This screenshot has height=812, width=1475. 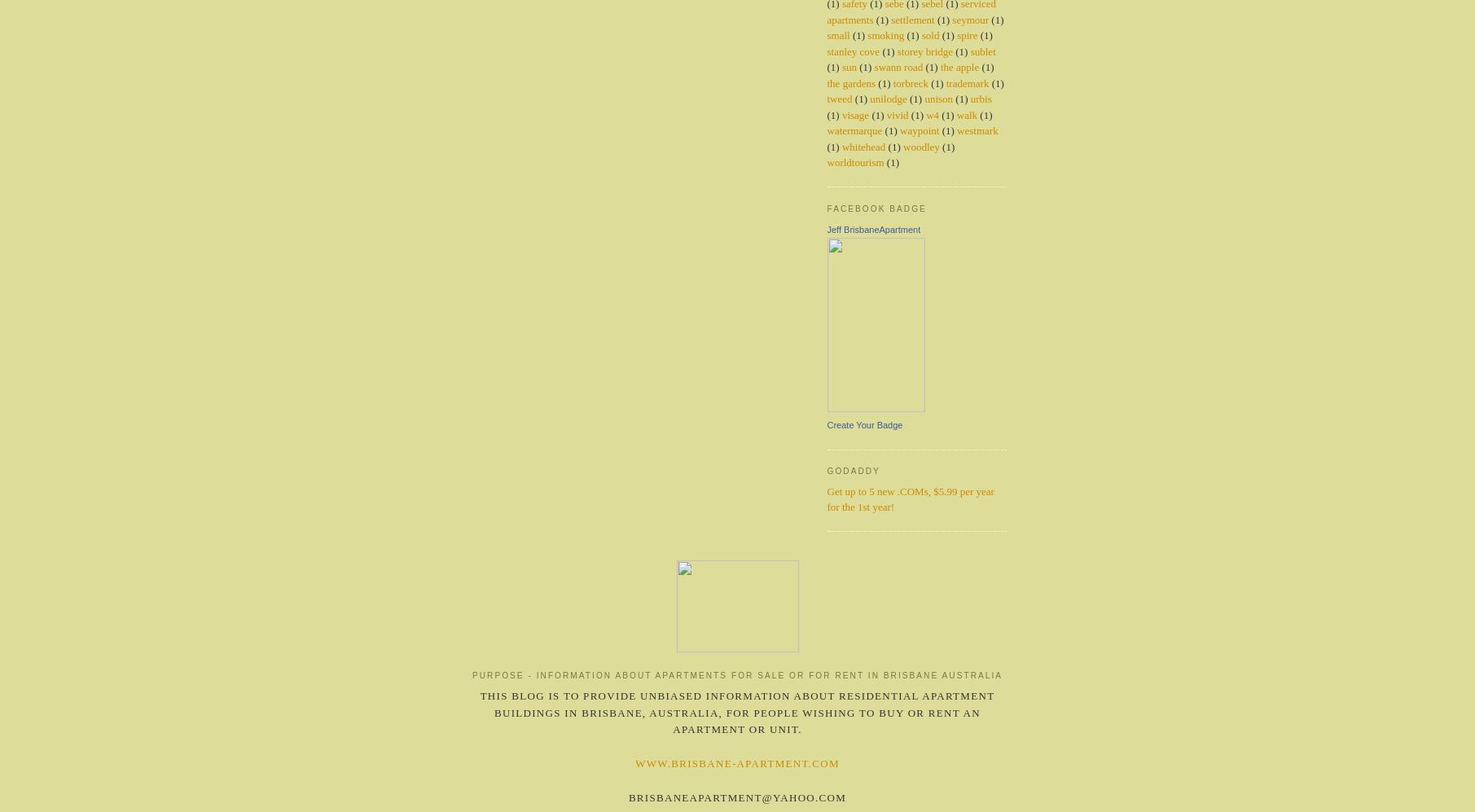 I want to click on 'westmark', so click(x=976, y=129).